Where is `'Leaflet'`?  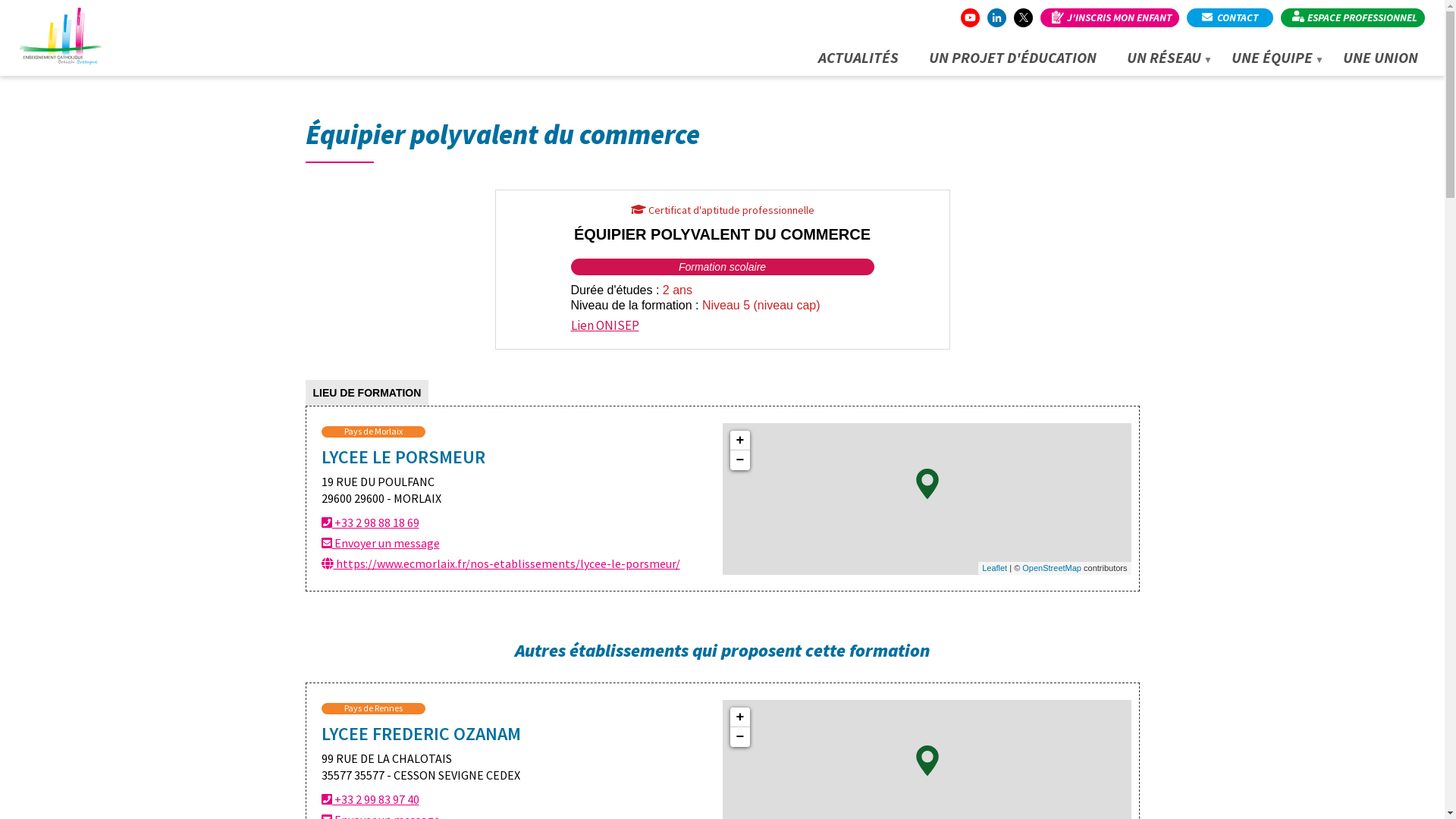
'Leaflet' is located at coordinates (994, 567).